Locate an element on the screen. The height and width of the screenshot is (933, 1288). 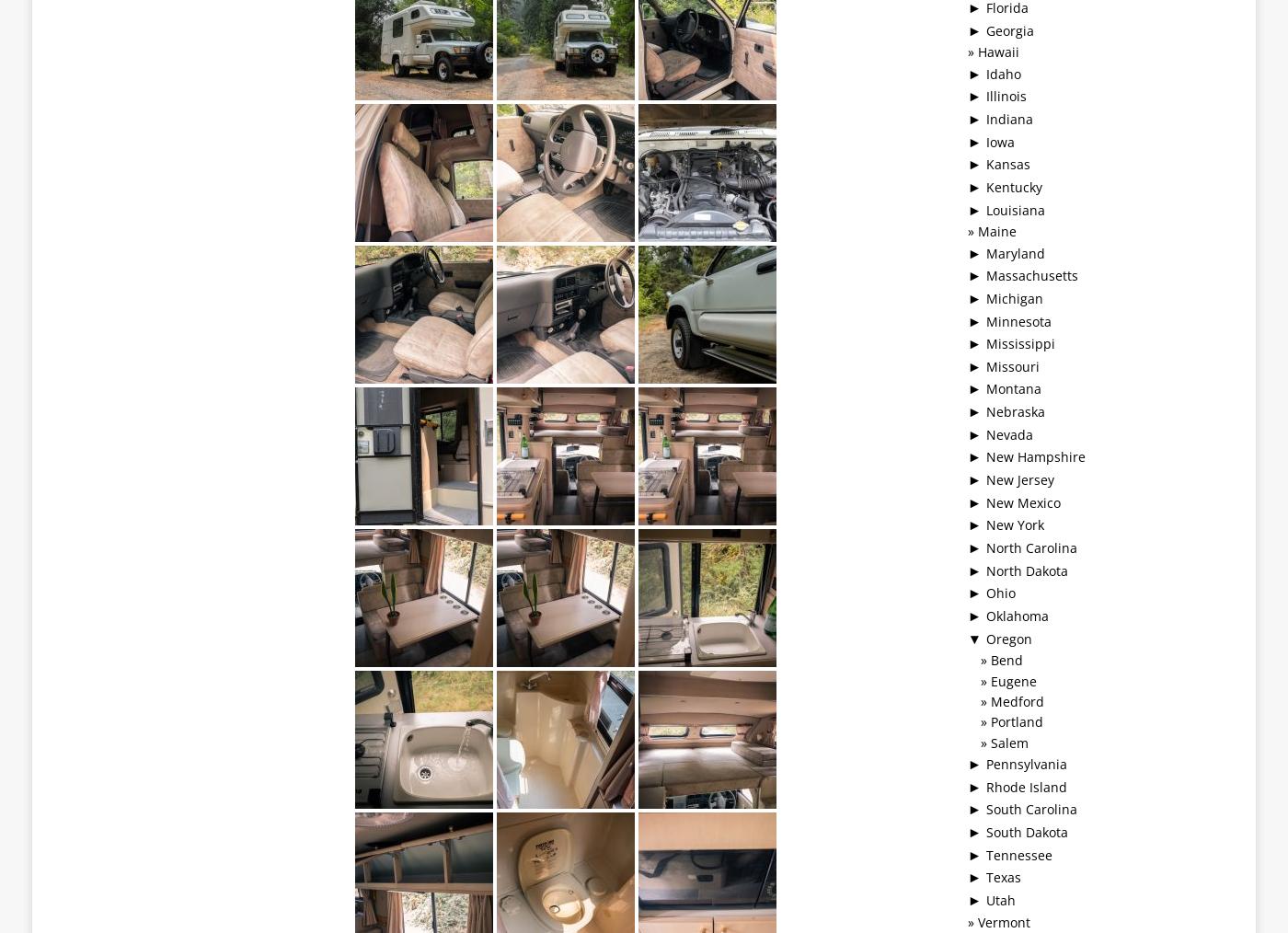
'Salem' is located at coordinates (1008, 742).